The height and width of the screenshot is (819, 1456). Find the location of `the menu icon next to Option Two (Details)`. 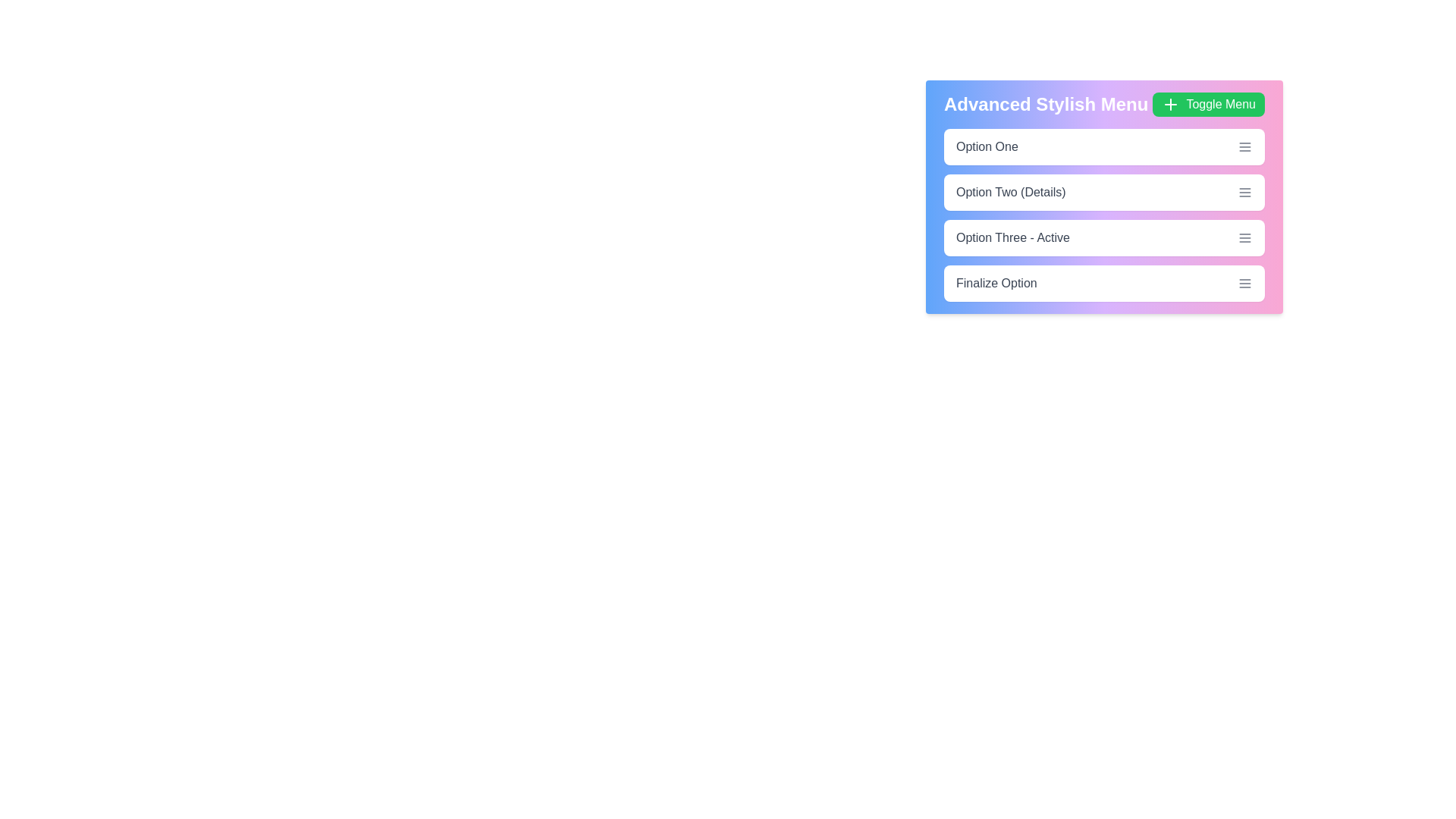

the menu icon next to Option Two (Details) is located at coordinates (1244, 192).